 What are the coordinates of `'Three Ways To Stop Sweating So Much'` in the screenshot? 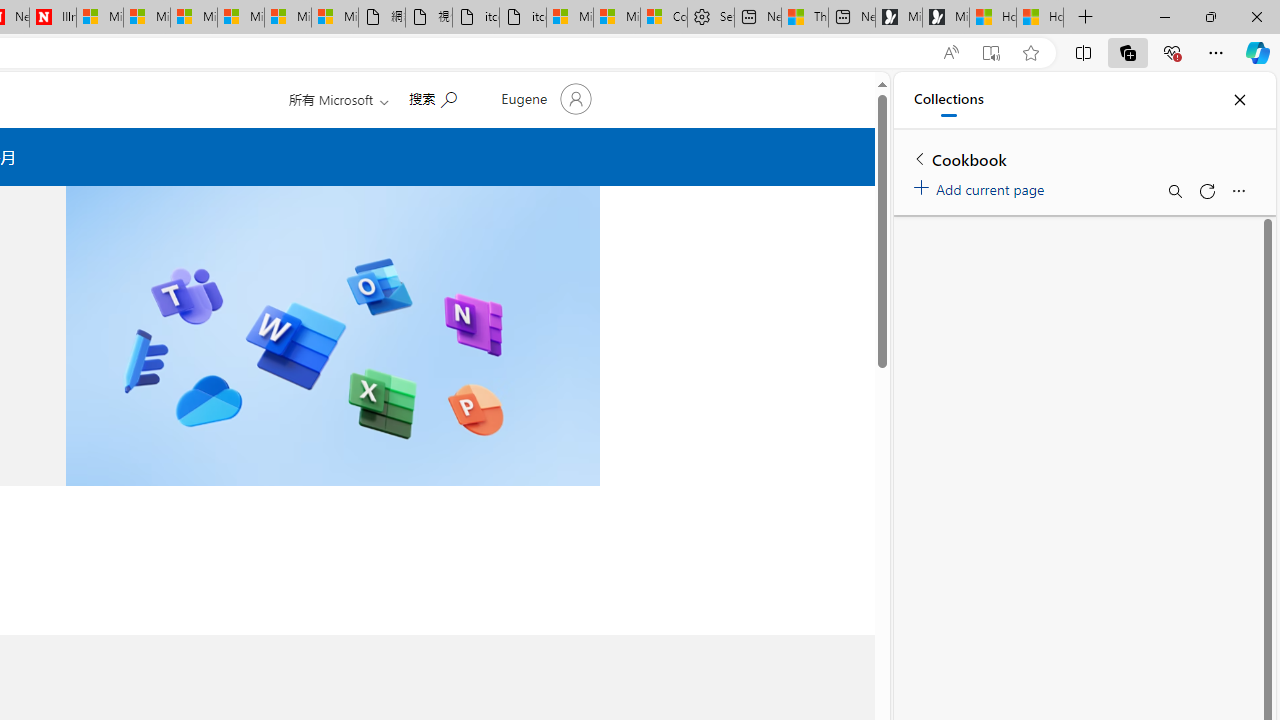 It's located at (805, 17).